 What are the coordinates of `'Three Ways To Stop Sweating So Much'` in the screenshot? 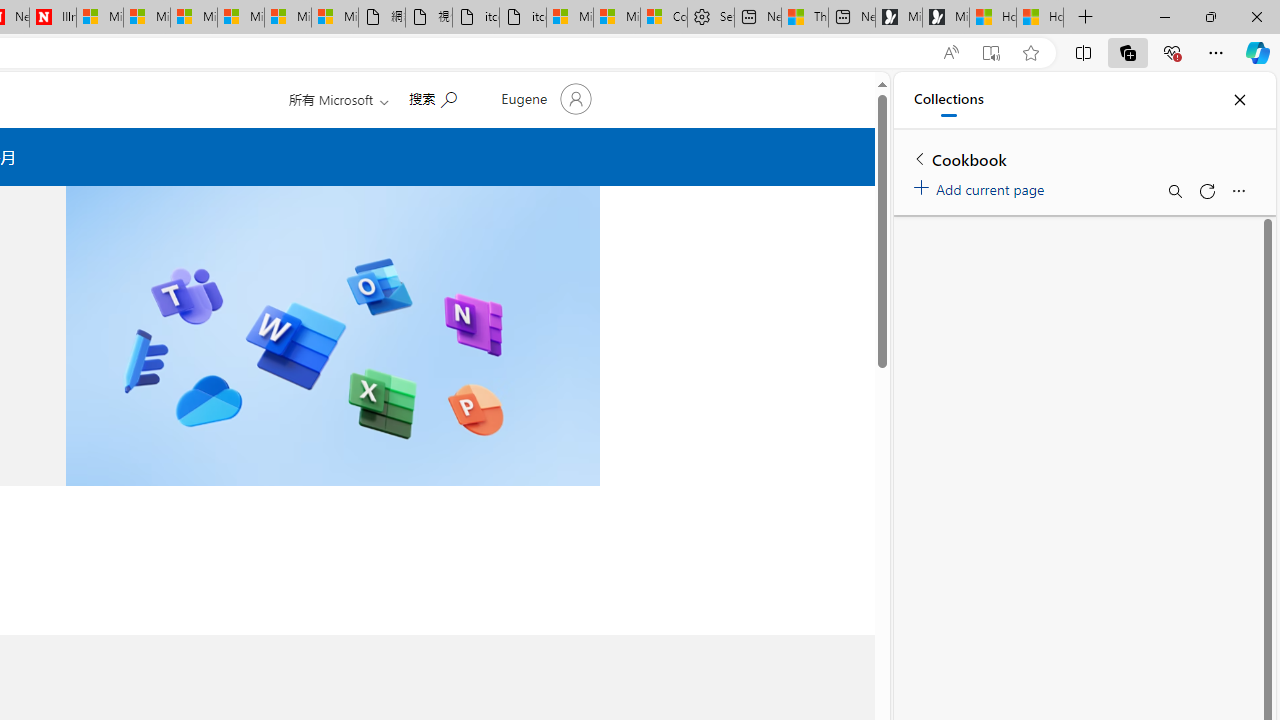 It's located at (805, 17).